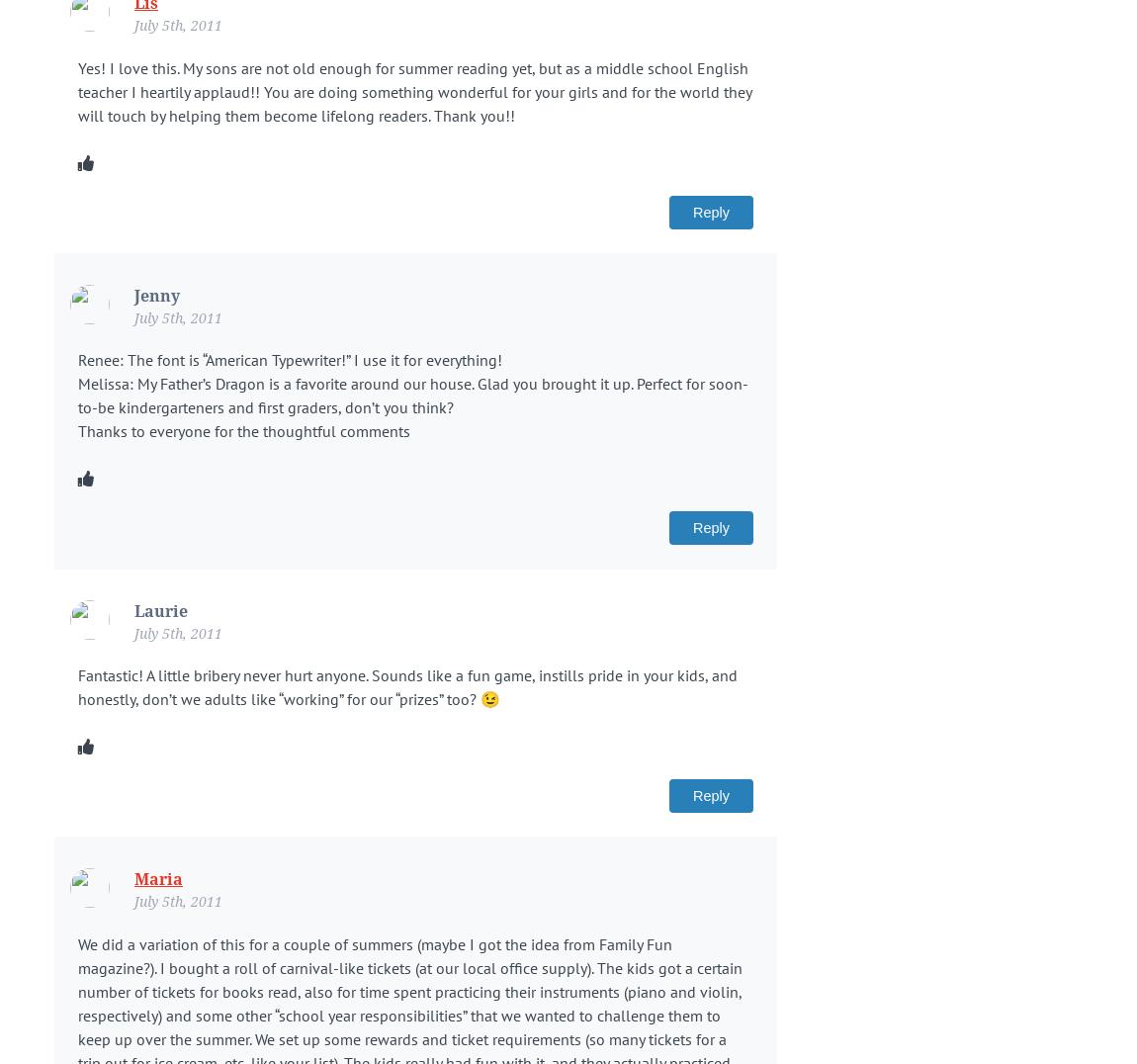 The image size is (1137, 1064). Describe the element at coordinates (156, 294) in the screenshot. I see `'Jenny'` at that location.